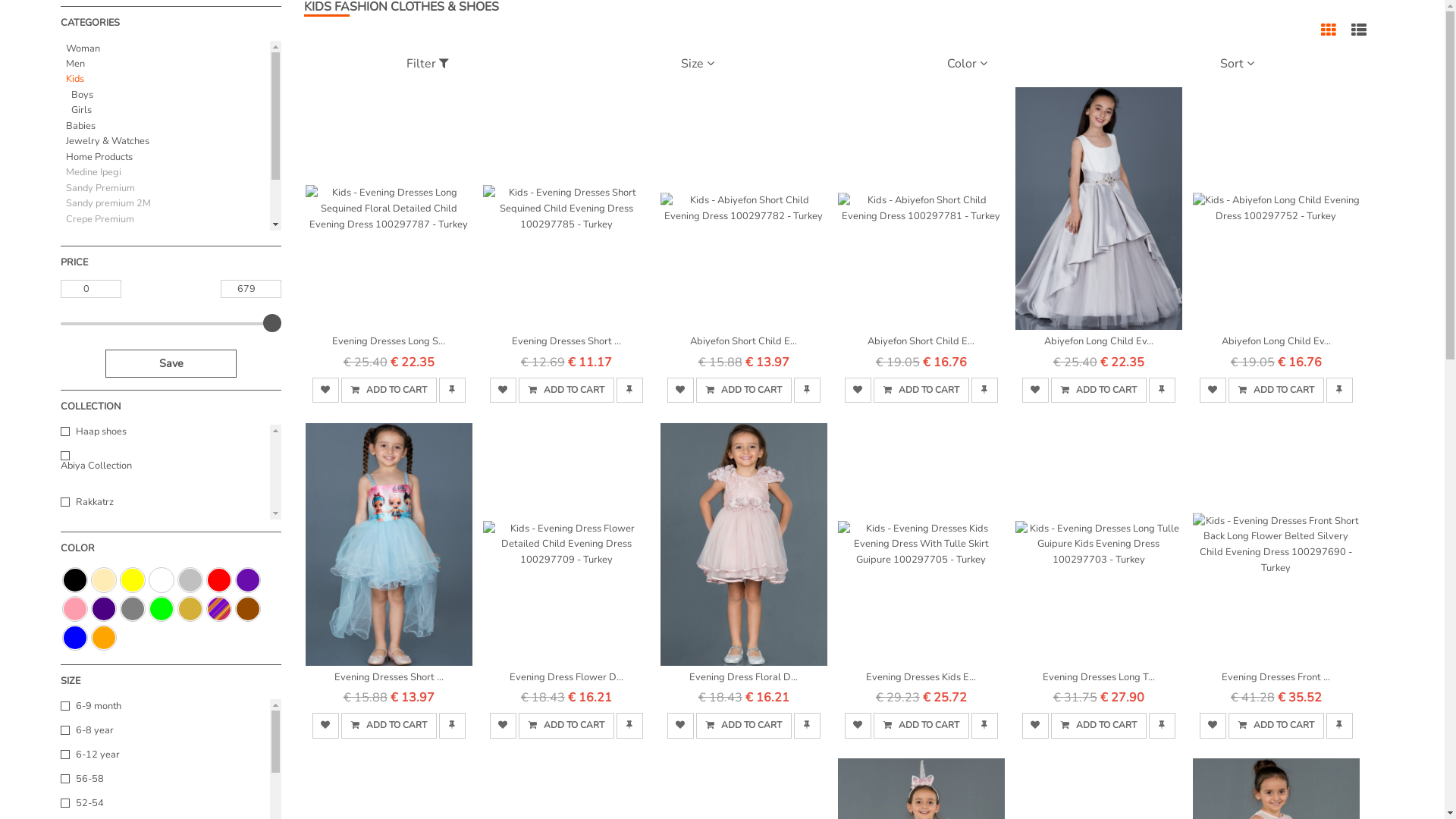 The width and height of the screenshot is (1456, 819). I want to click on 'Size', so click(673, 63).